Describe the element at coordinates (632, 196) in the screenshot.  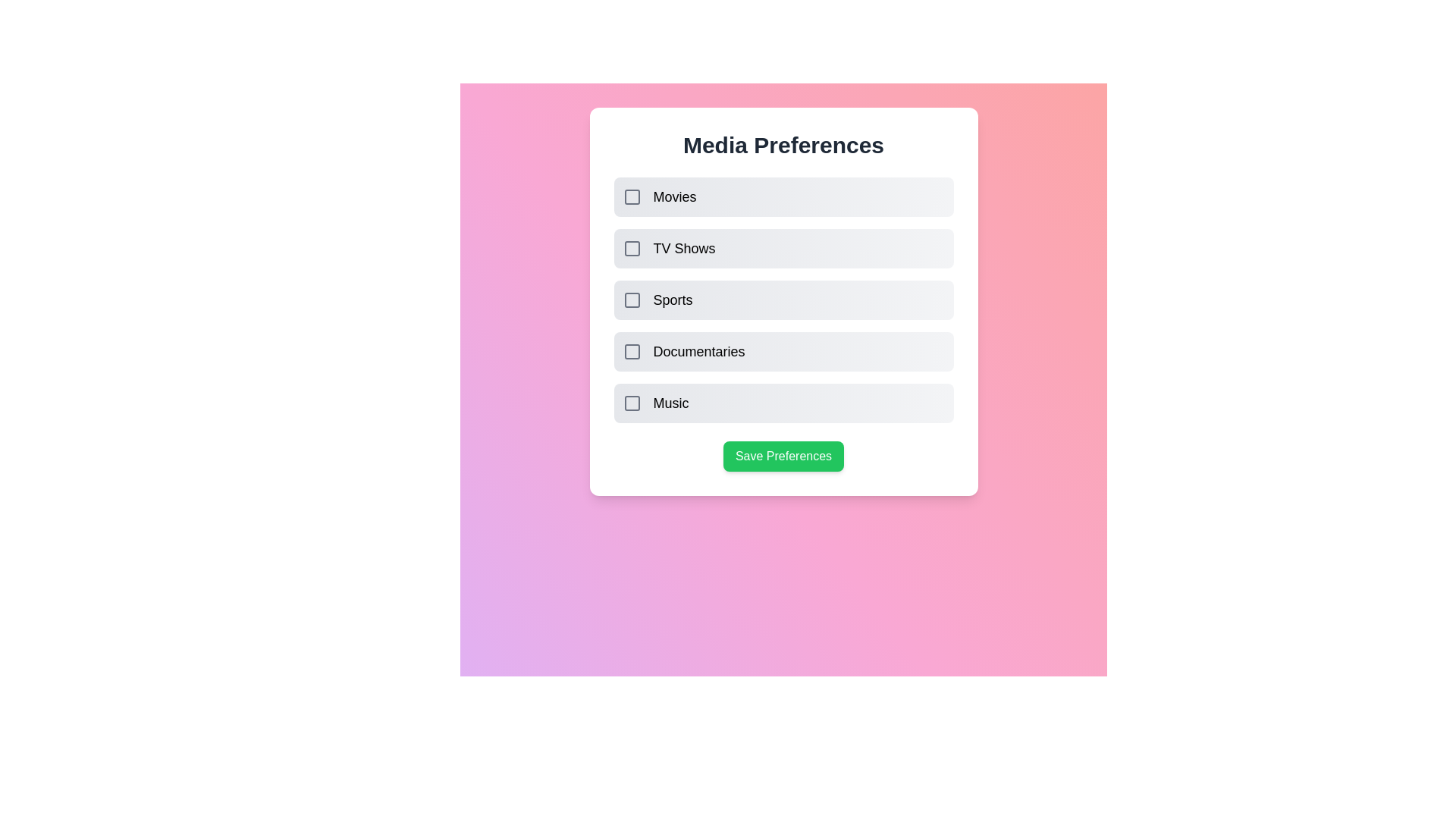
I see `the media preference item Movies` at that location.